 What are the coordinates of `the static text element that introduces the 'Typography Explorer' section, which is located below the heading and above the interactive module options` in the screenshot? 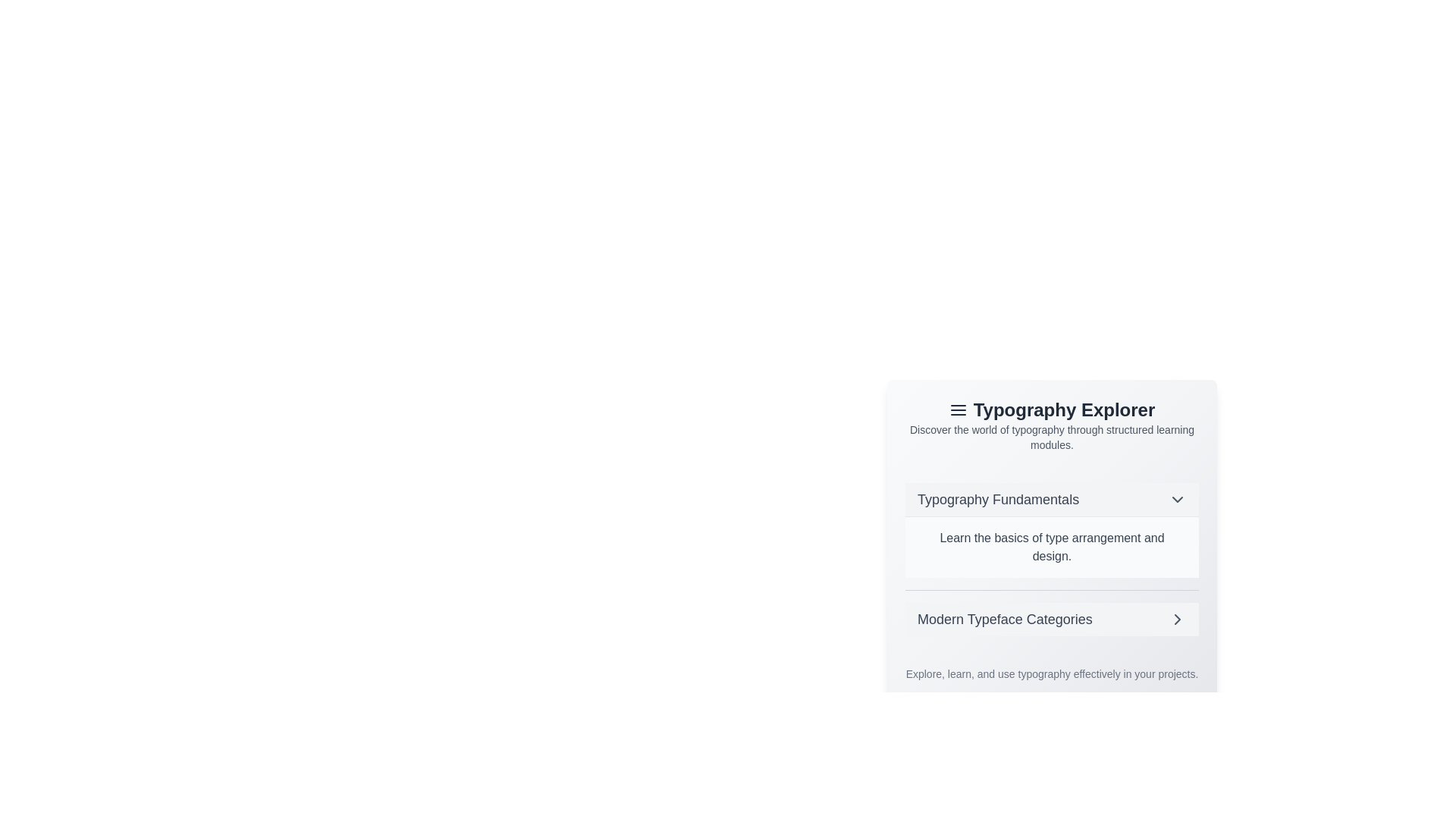 It's located at (1051, 438).